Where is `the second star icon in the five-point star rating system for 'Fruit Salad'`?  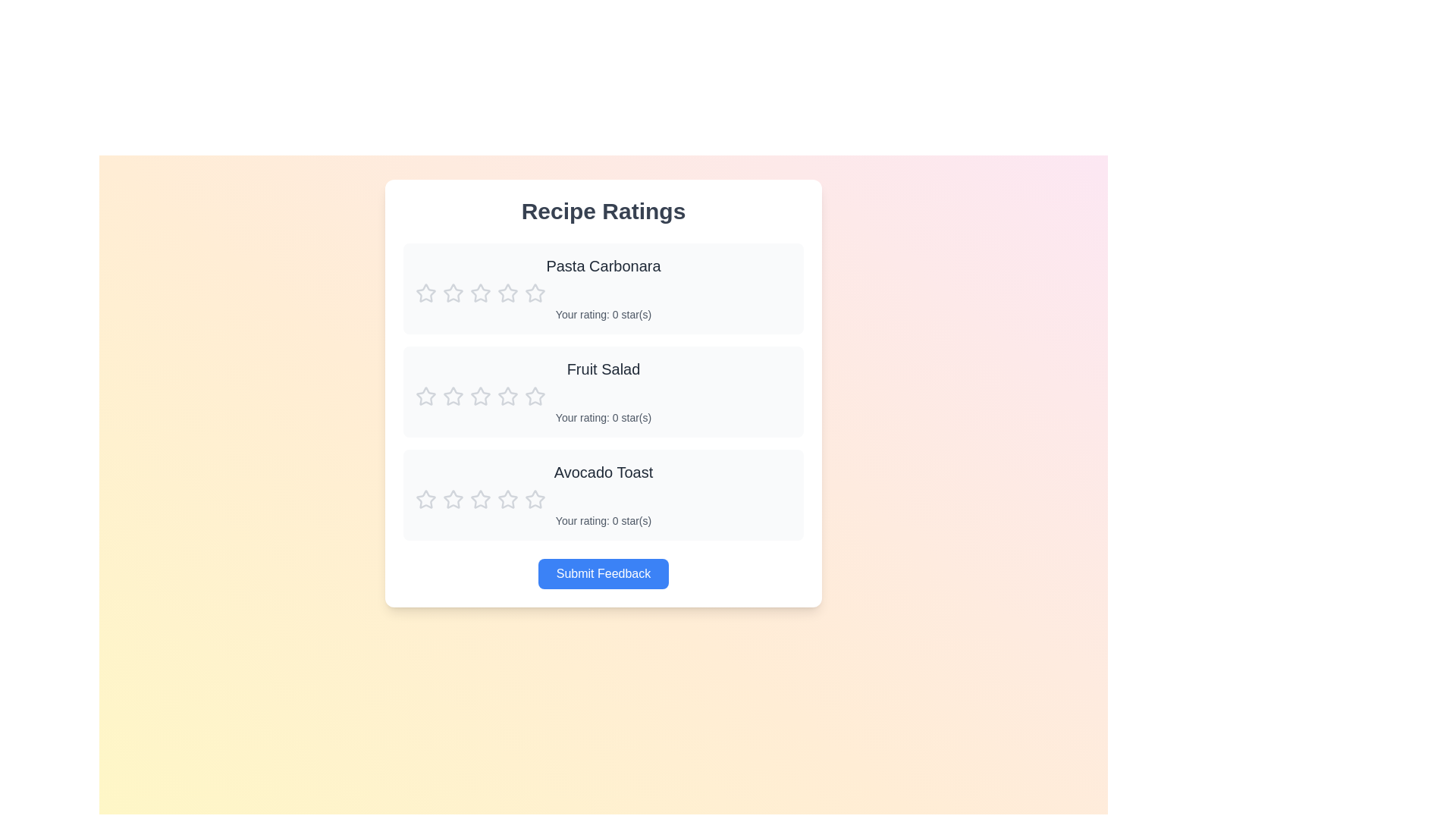
the second star icon in the five-point star rating system for 'Fruit Salad' is located at coordinates (479, 395).